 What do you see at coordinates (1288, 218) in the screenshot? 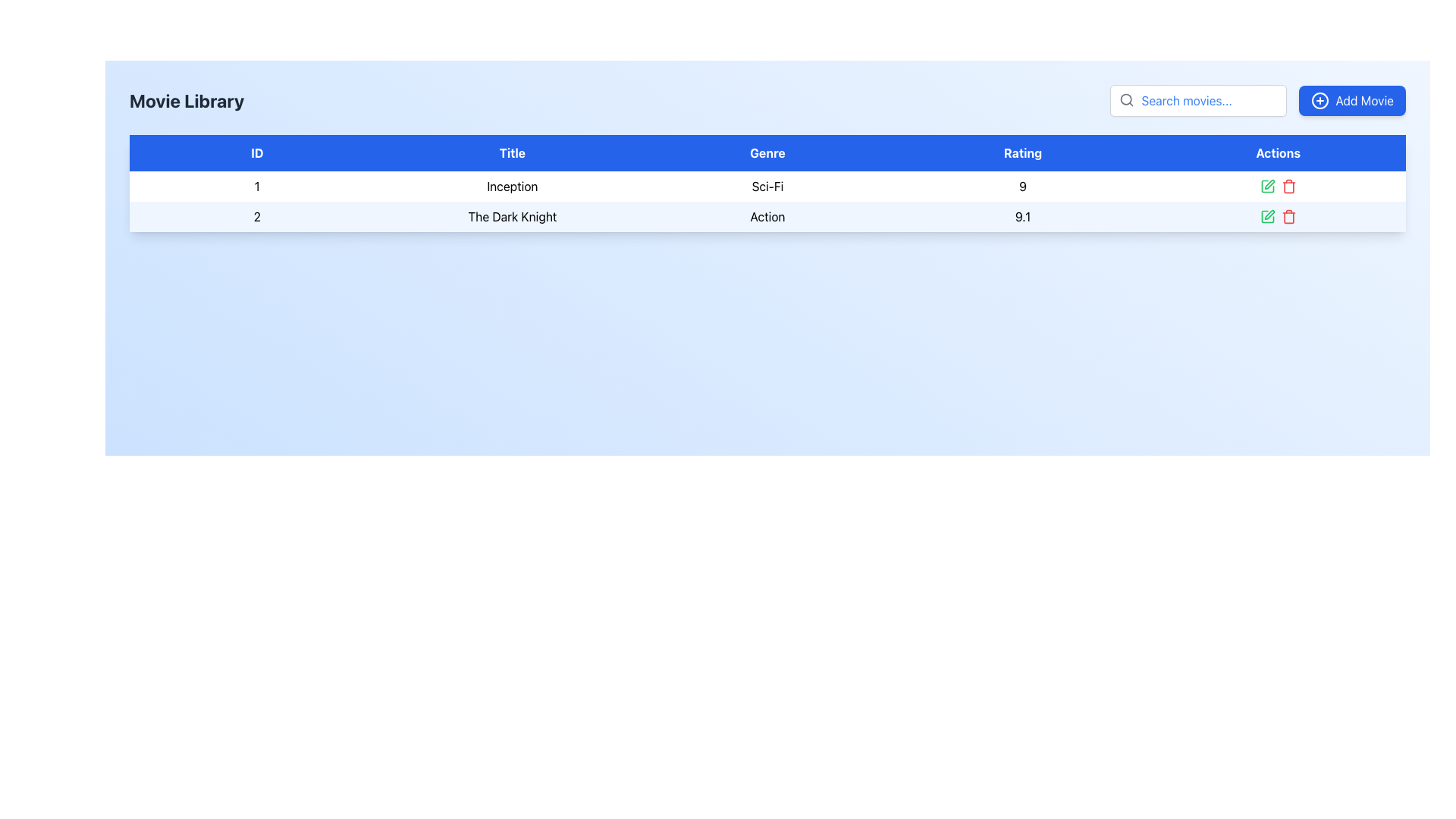
I see `the graphical icon representing the delete action in the second row of the table under the 'Actions' header` at bounding box center [1288, 218].